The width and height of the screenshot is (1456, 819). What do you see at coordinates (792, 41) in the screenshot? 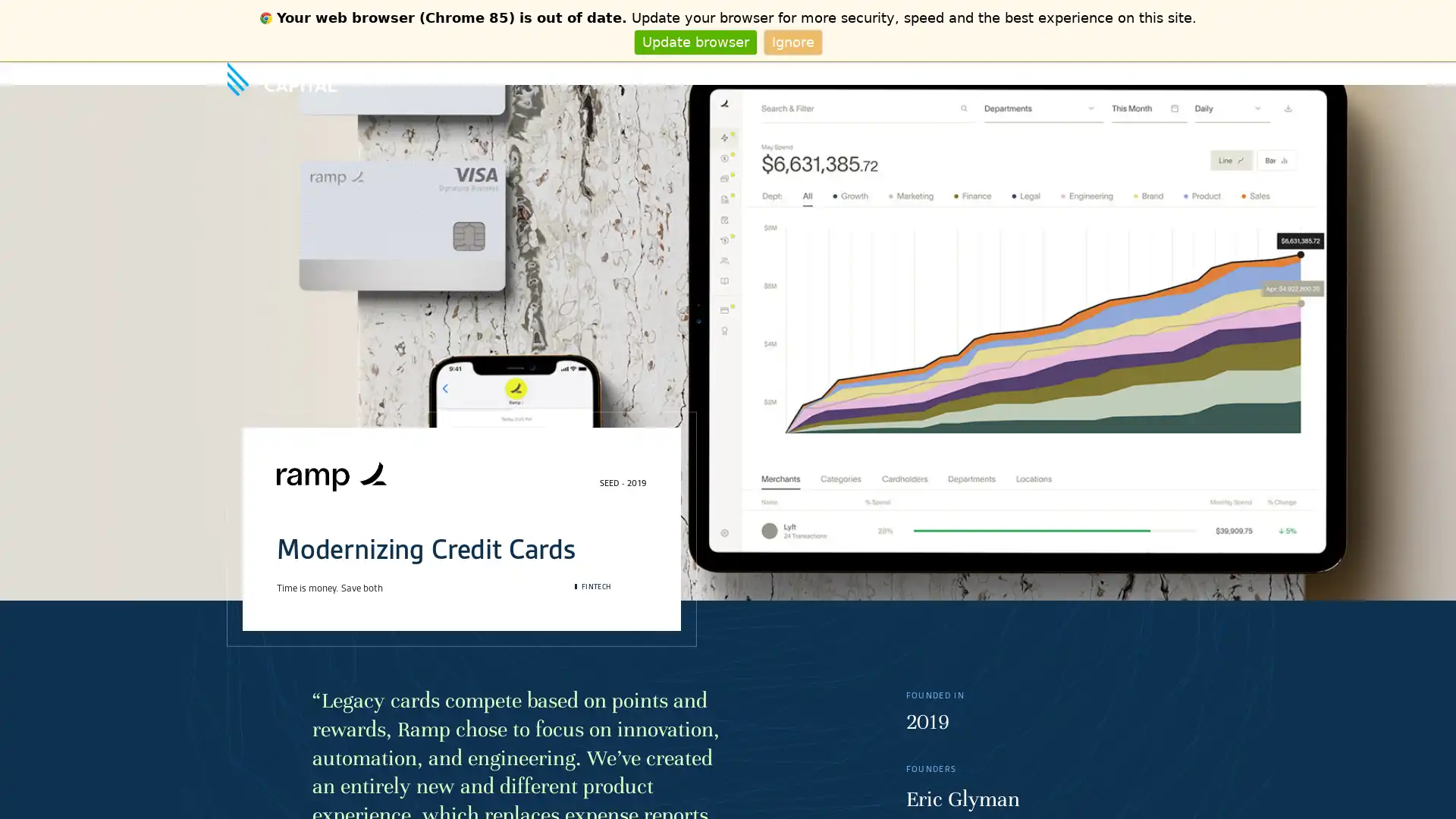
I see `Ignore` at bounding box center [792, 41].